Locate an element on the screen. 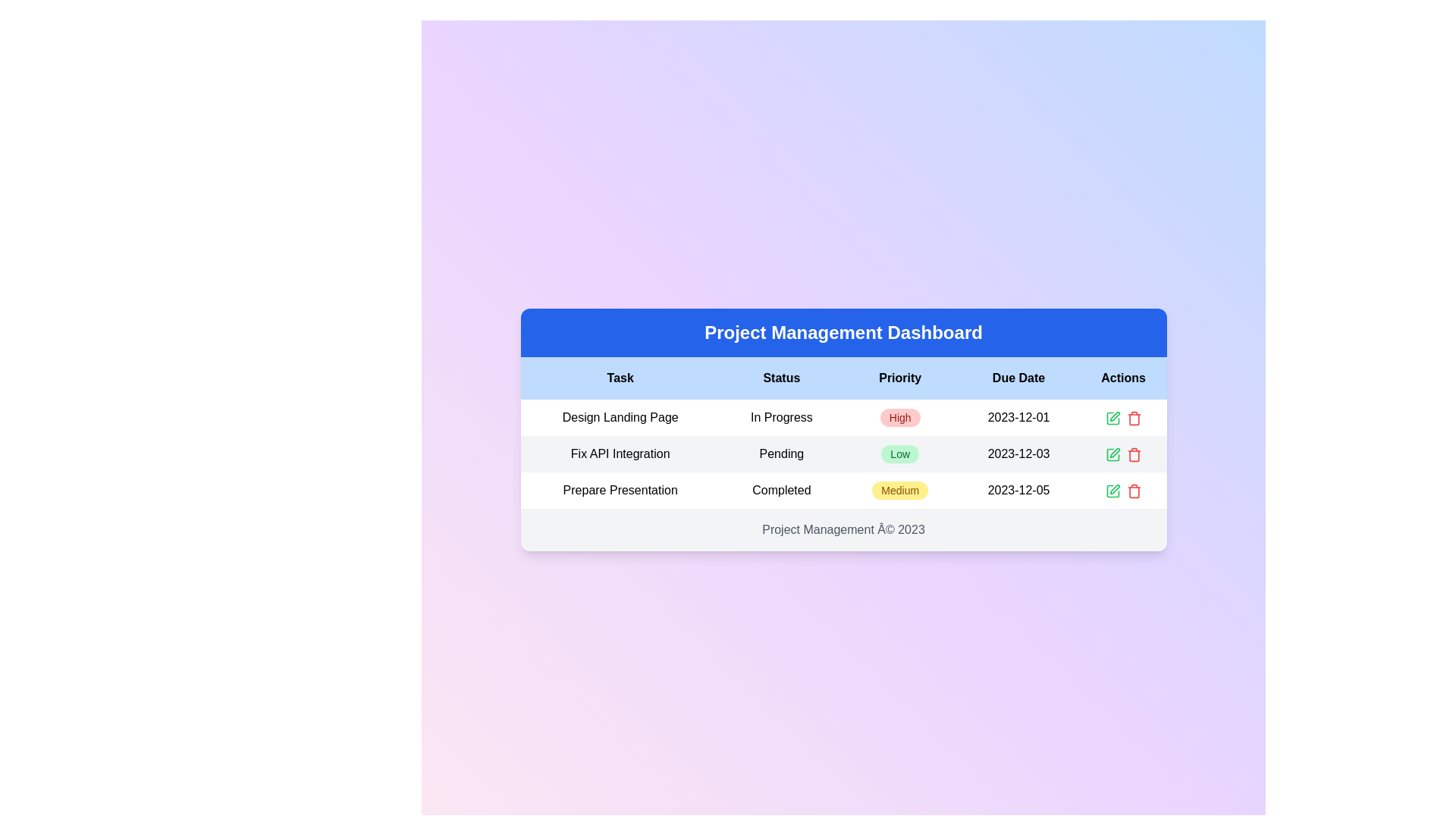 The height and width of the screenshot is (819, 1456). the third row in the project management dashboard table that displays task information for 'Prepare Presentation' is located at coordinates (843, 491).